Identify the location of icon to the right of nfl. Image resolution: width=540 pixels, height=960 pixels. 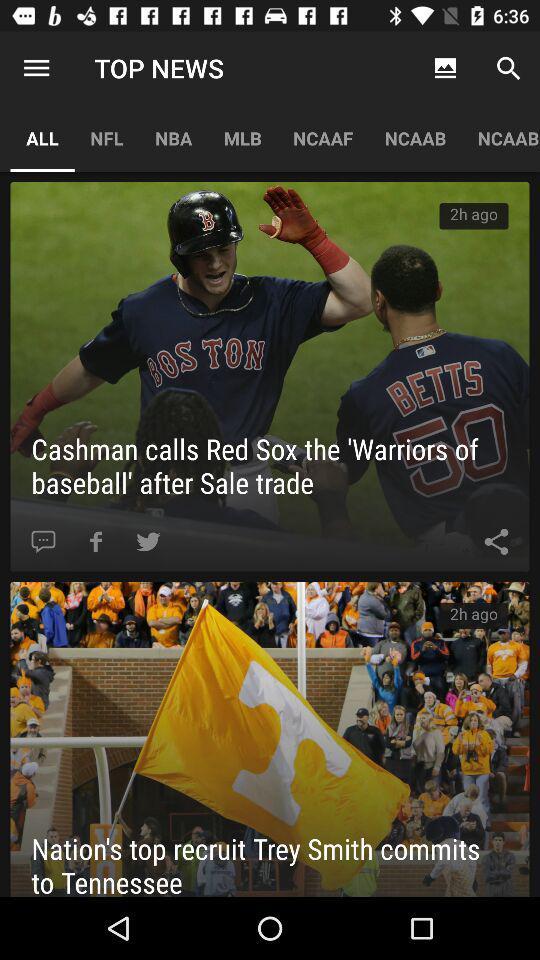
(173, 137).